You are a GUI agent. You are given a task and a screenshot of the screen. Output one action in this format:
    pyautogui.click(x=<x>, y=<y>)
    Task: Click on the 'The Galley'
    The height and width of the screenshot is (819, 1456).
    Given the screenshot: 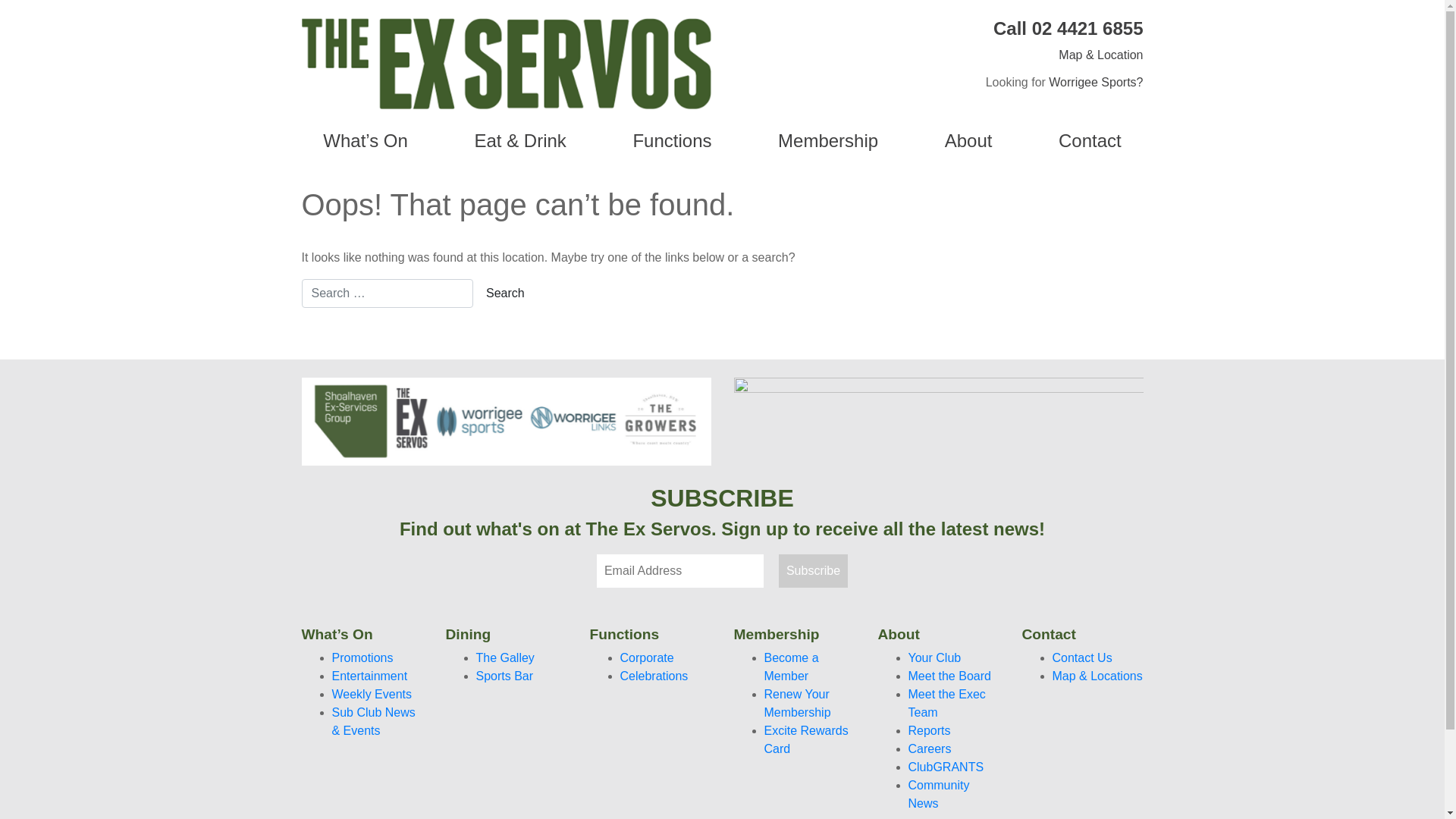 What is the action you would take?
    pyautogui.click(x=505, y=657)
    